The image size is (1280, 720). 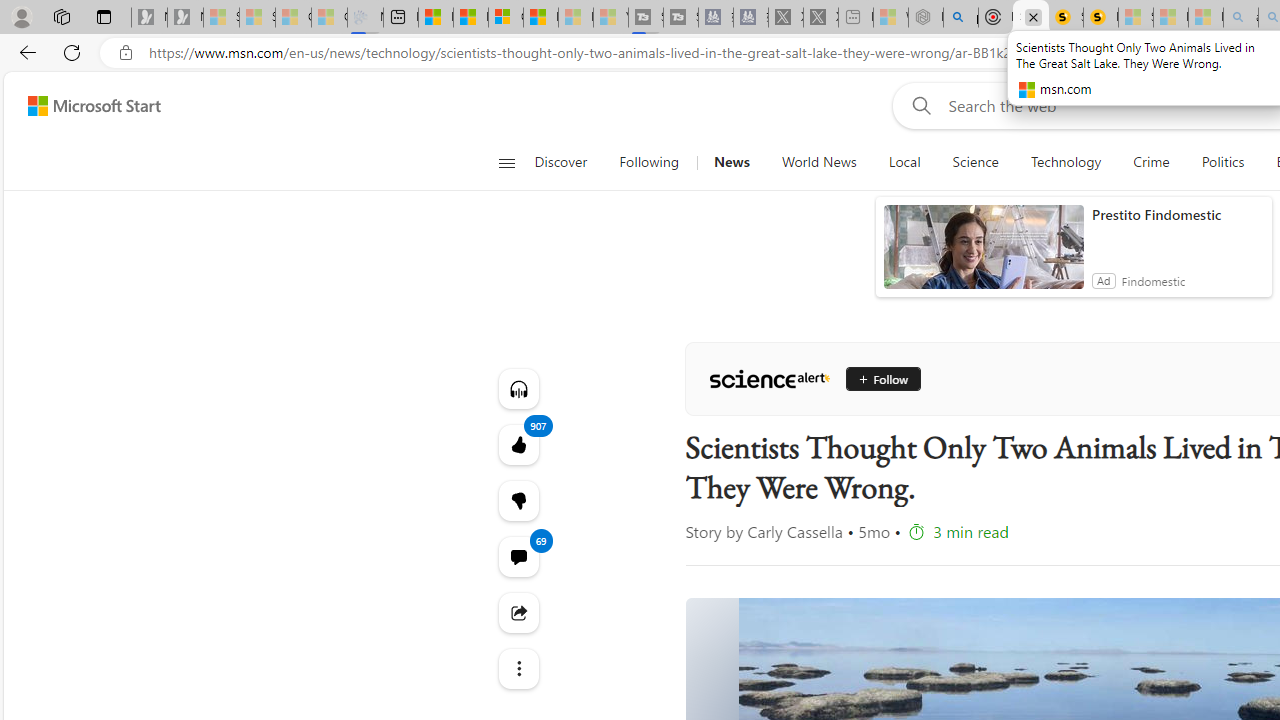 What do you see at coordinates (821, 17) in the screenshot?
I see `'X - Sleeping'` at bounding box center [821, 17].